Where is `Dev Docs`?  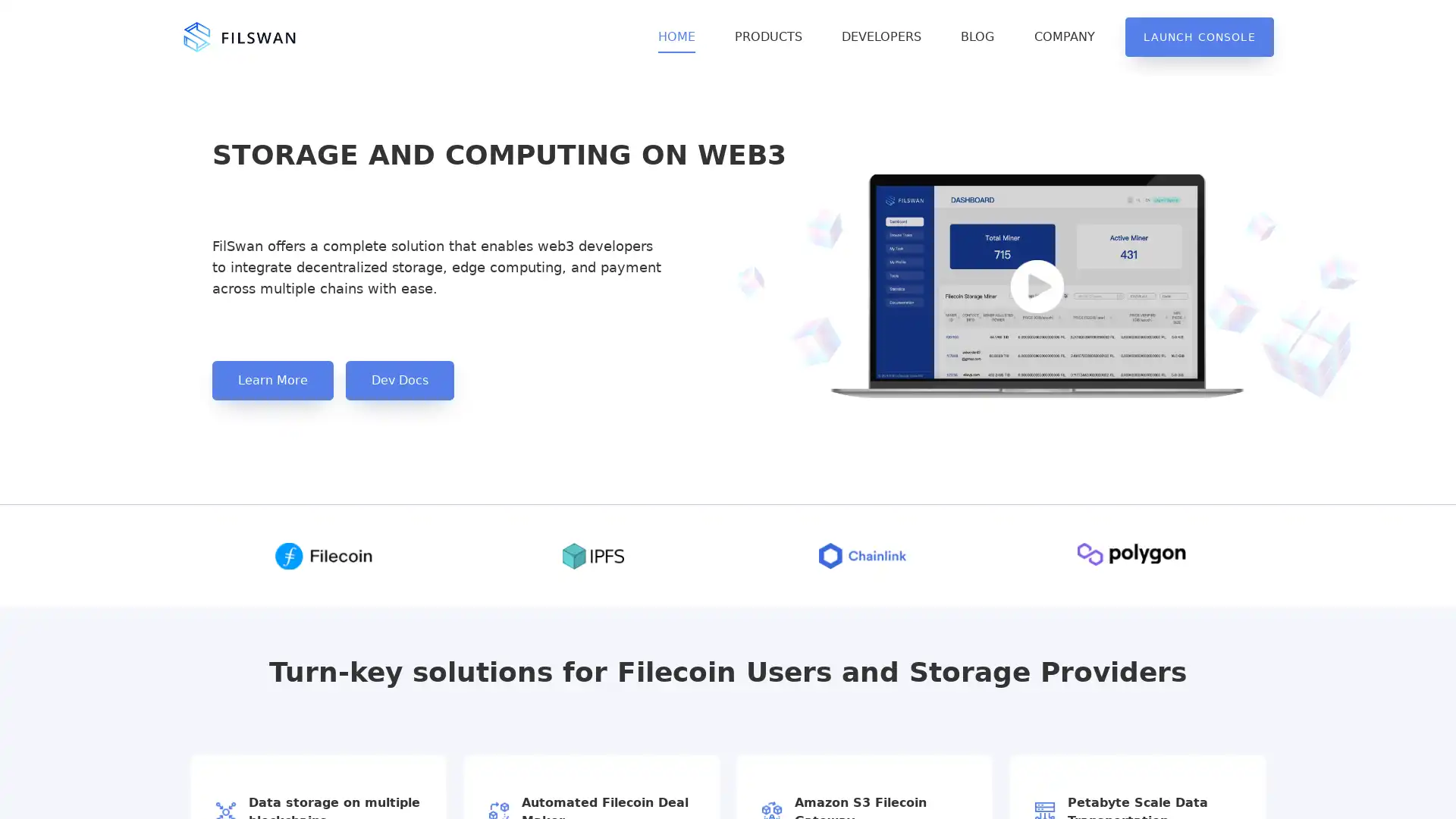 Dev Docs is located at coordinates (400, 379).